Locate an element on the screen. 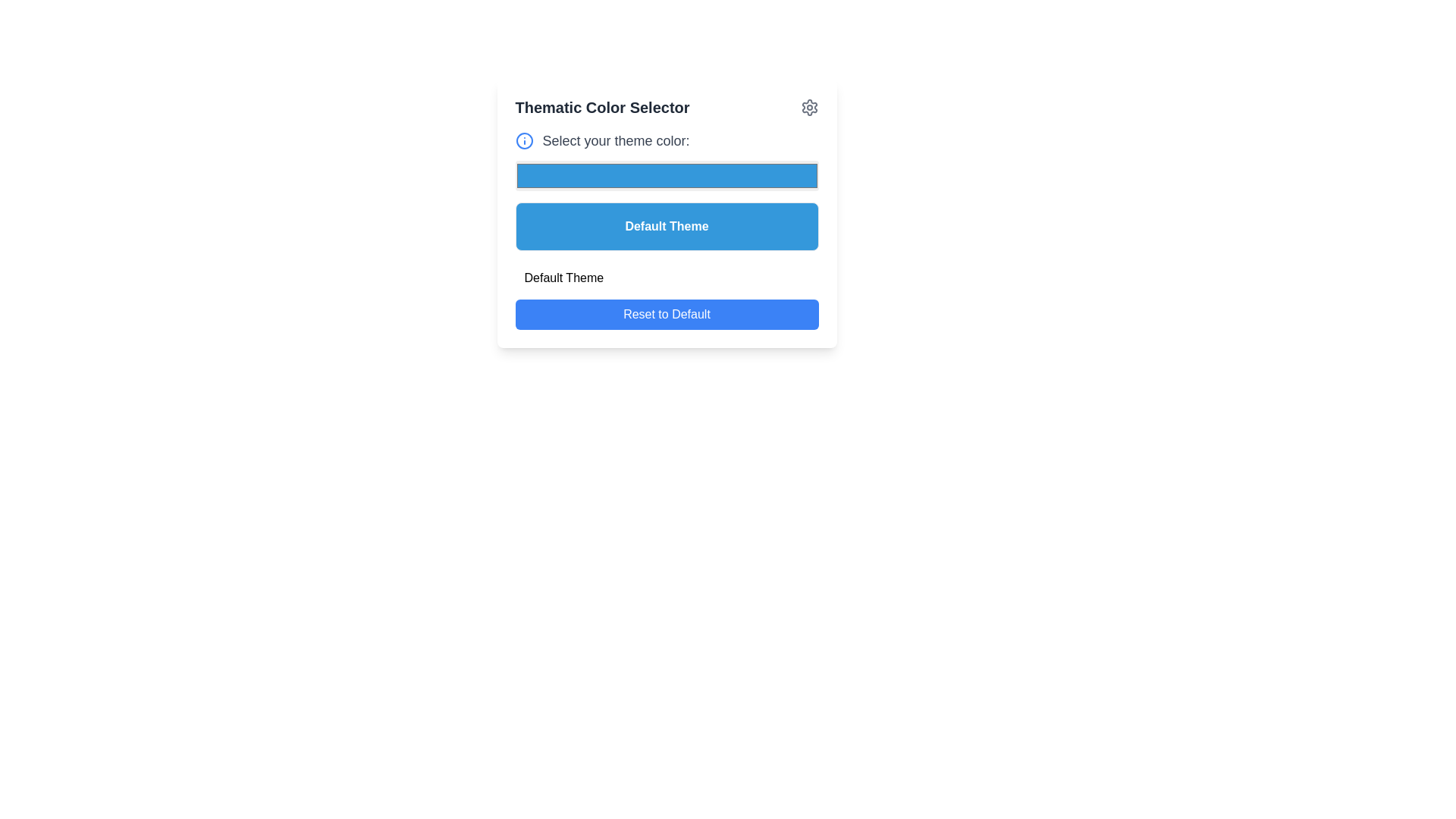 The height and width of the screenshot is (819, 1456). the 'Default Theme' button, which is a rectangular button with a blue background and white text, located centrally below the color selection input field is located at coordinates (667, 213).